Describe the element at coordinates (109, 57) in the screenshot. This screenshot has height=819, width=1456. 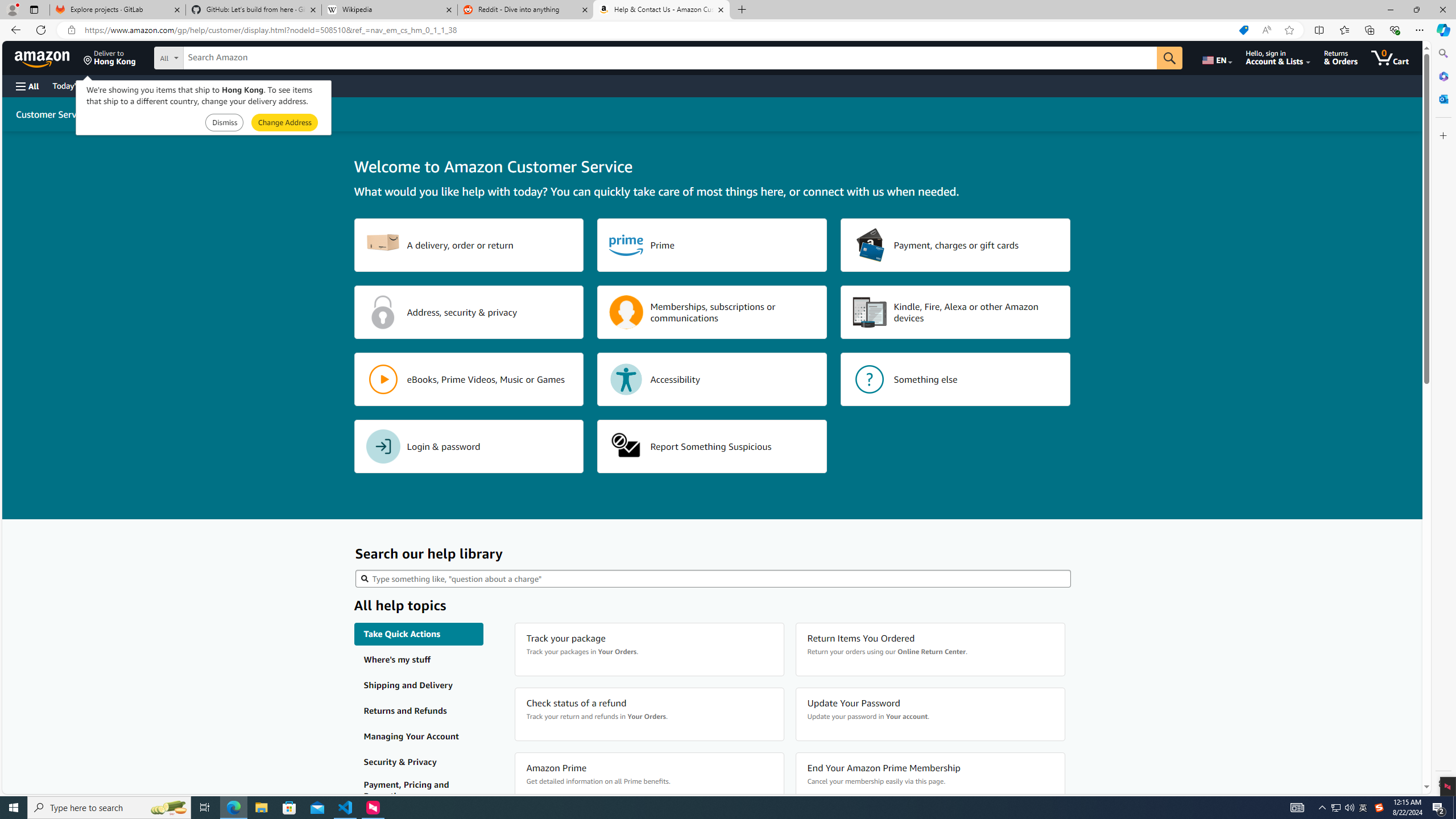
I see `'Deliver to Hong Kong'` at that location.